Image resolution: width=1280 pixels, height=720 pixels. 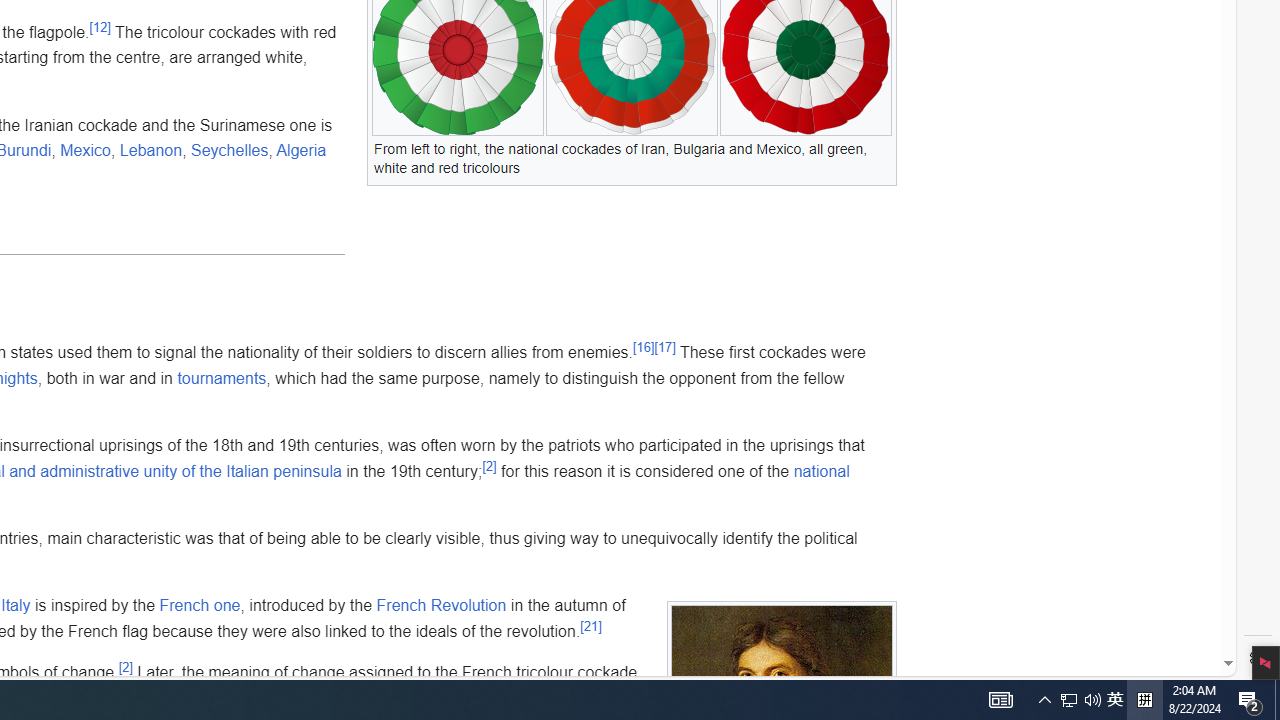 I want to click on 'French Revolution', so click(x=440, y=604).